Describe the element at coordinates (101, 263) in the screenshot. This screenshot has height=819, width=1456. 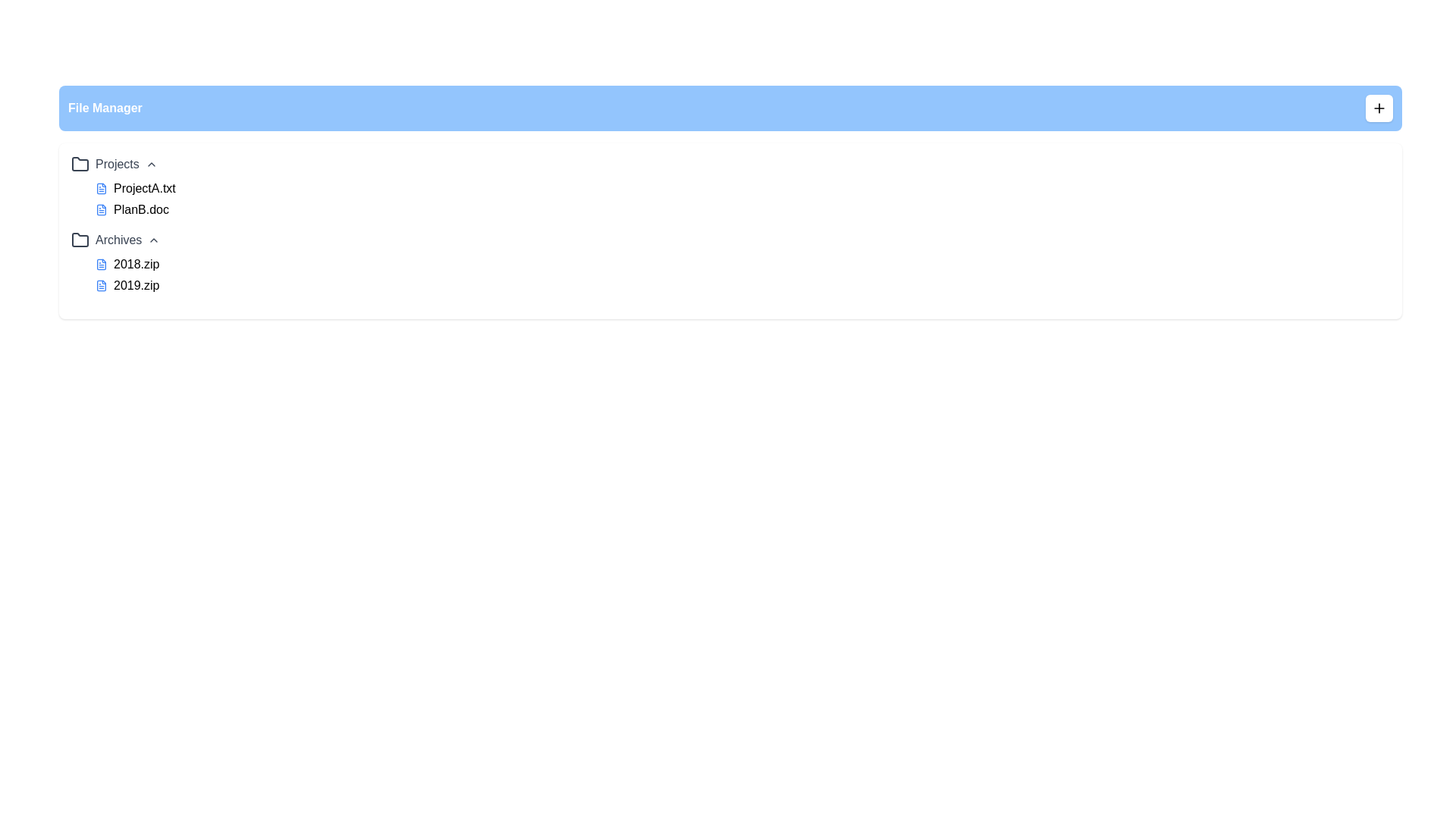
I see `the small blue file icon styled as a document located to the left of '2018.zip'` at that location.